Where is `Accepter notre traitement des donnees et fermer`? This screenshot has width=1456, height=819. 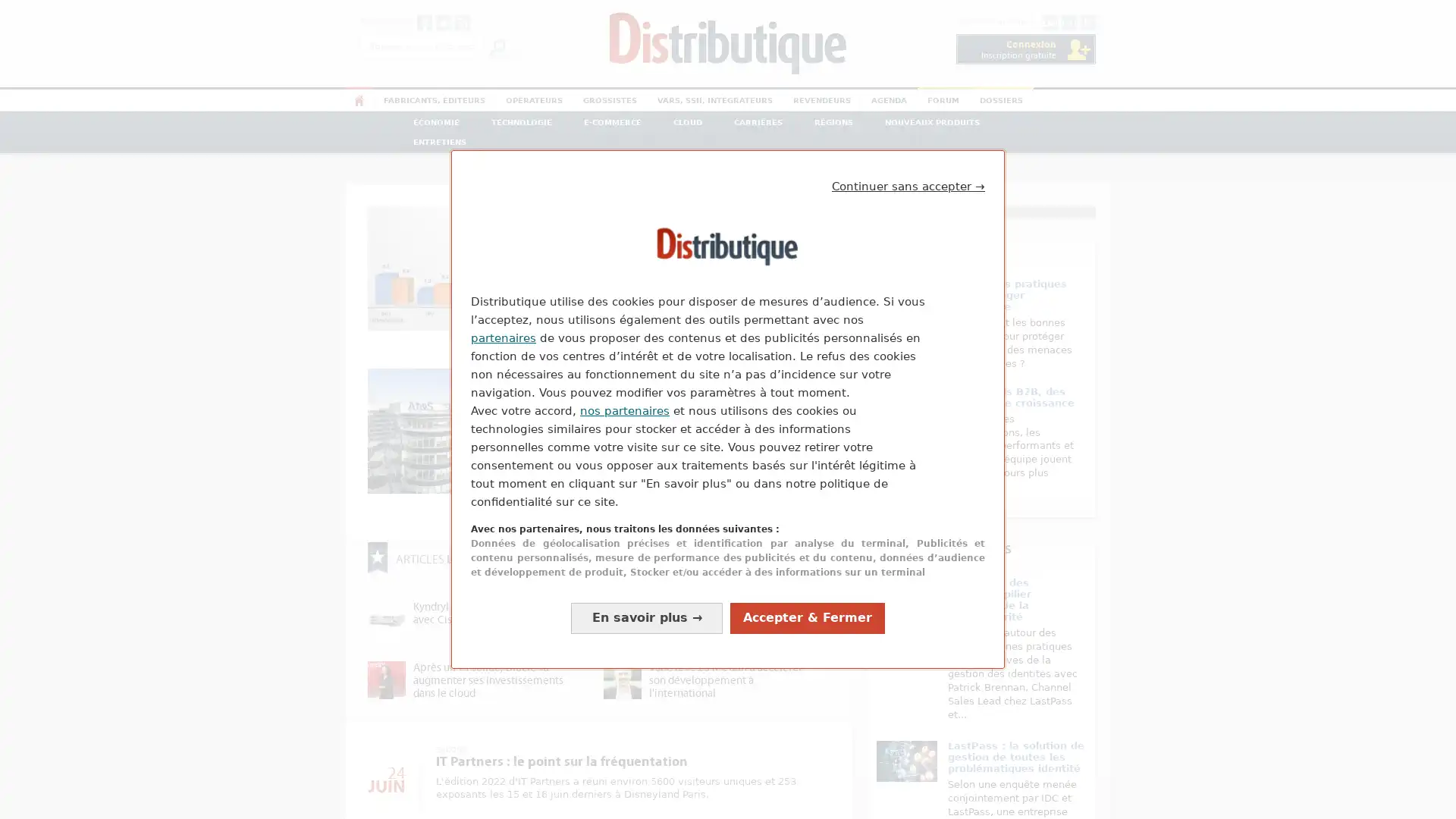
Accepter notre traitement des donnees et fermer is located at coordinates (807, 617).